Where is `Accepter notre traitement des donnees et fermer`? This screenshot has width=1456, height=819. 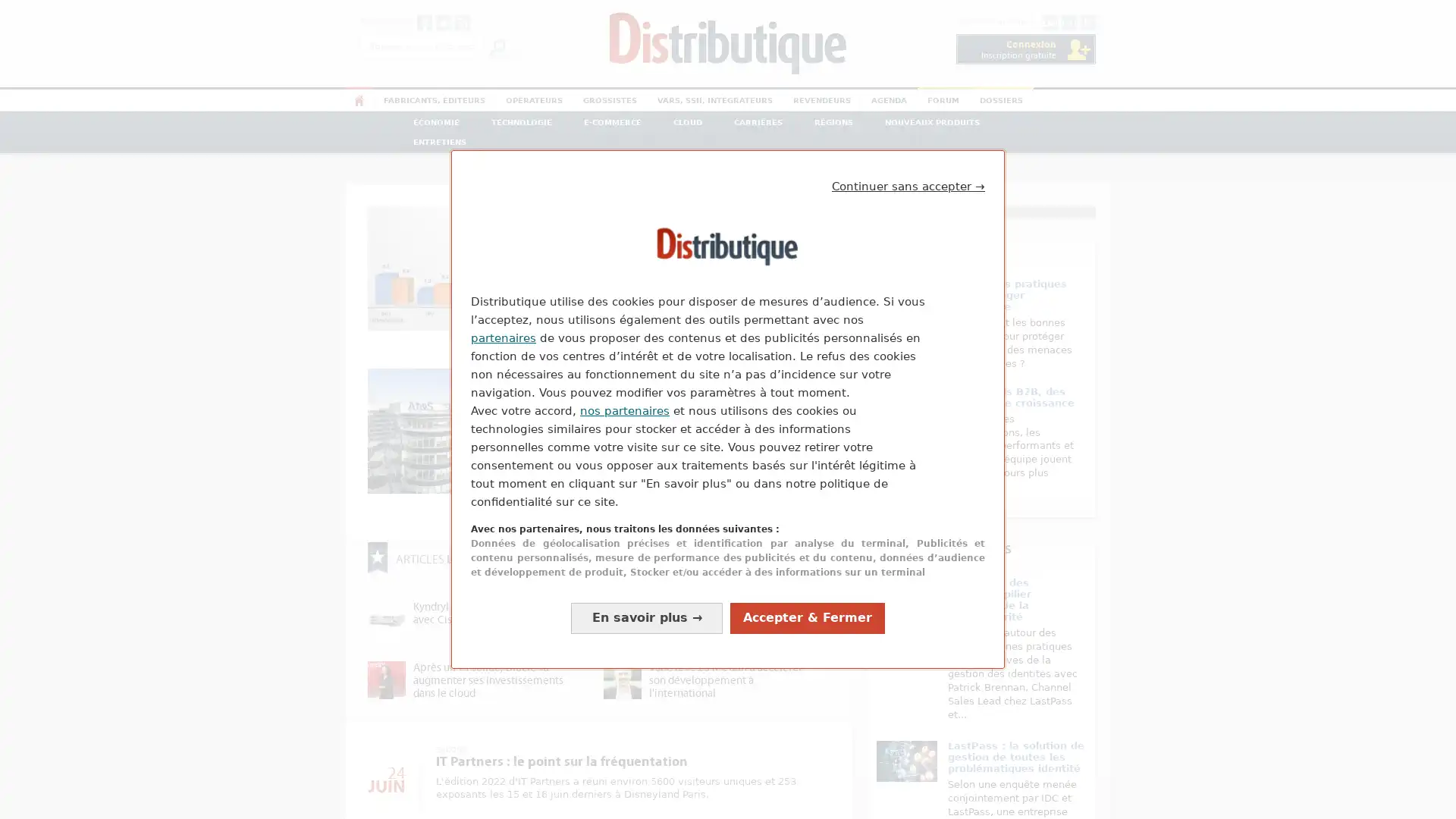
Accepter notre traitement des donnees et fermer is located at coordinates (807, 617).